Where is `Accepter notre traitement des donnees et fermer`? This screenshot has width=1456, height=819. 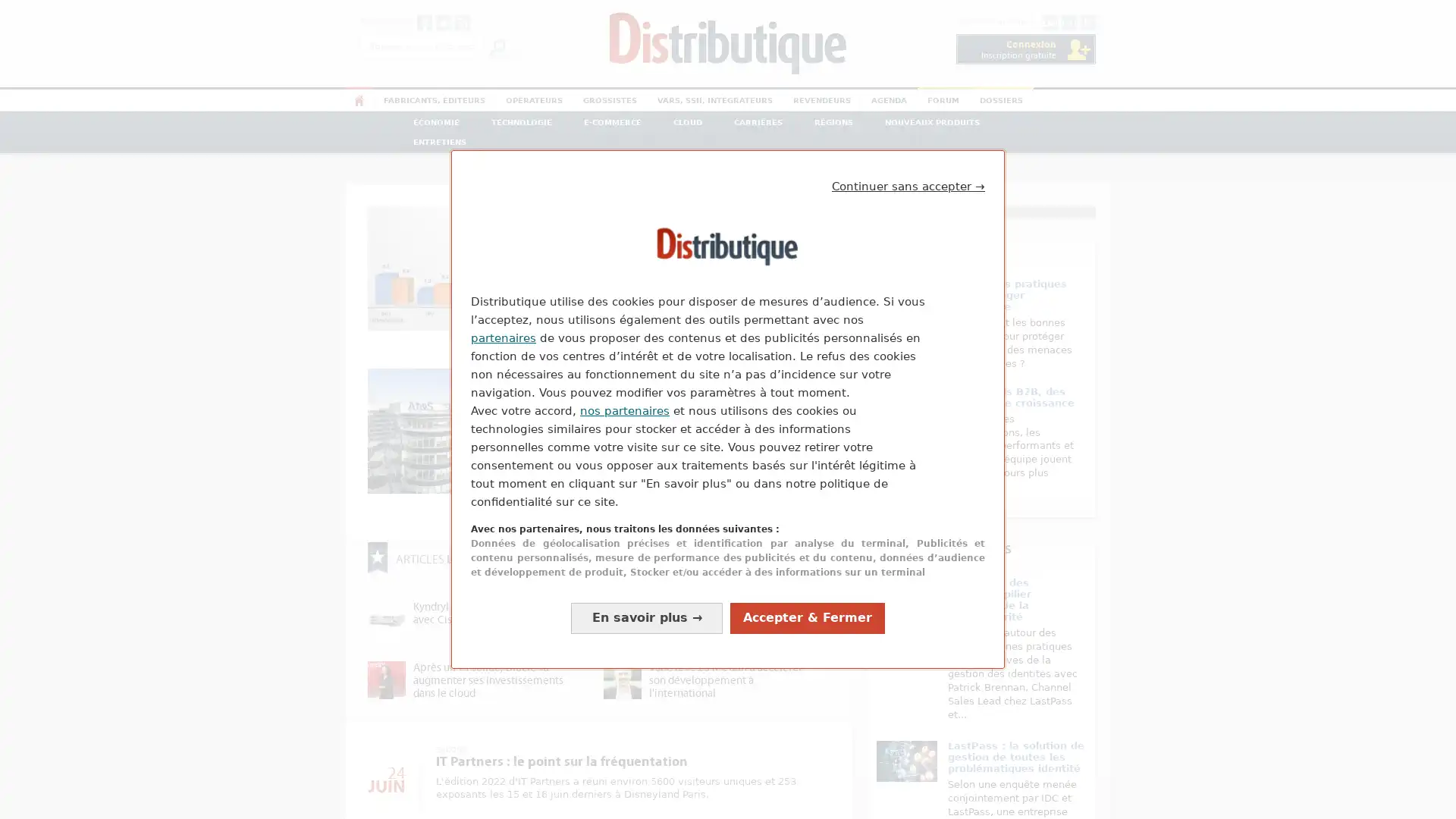
Accepter notre traitement des donnees et fermer is located at coordinates (807, 617).